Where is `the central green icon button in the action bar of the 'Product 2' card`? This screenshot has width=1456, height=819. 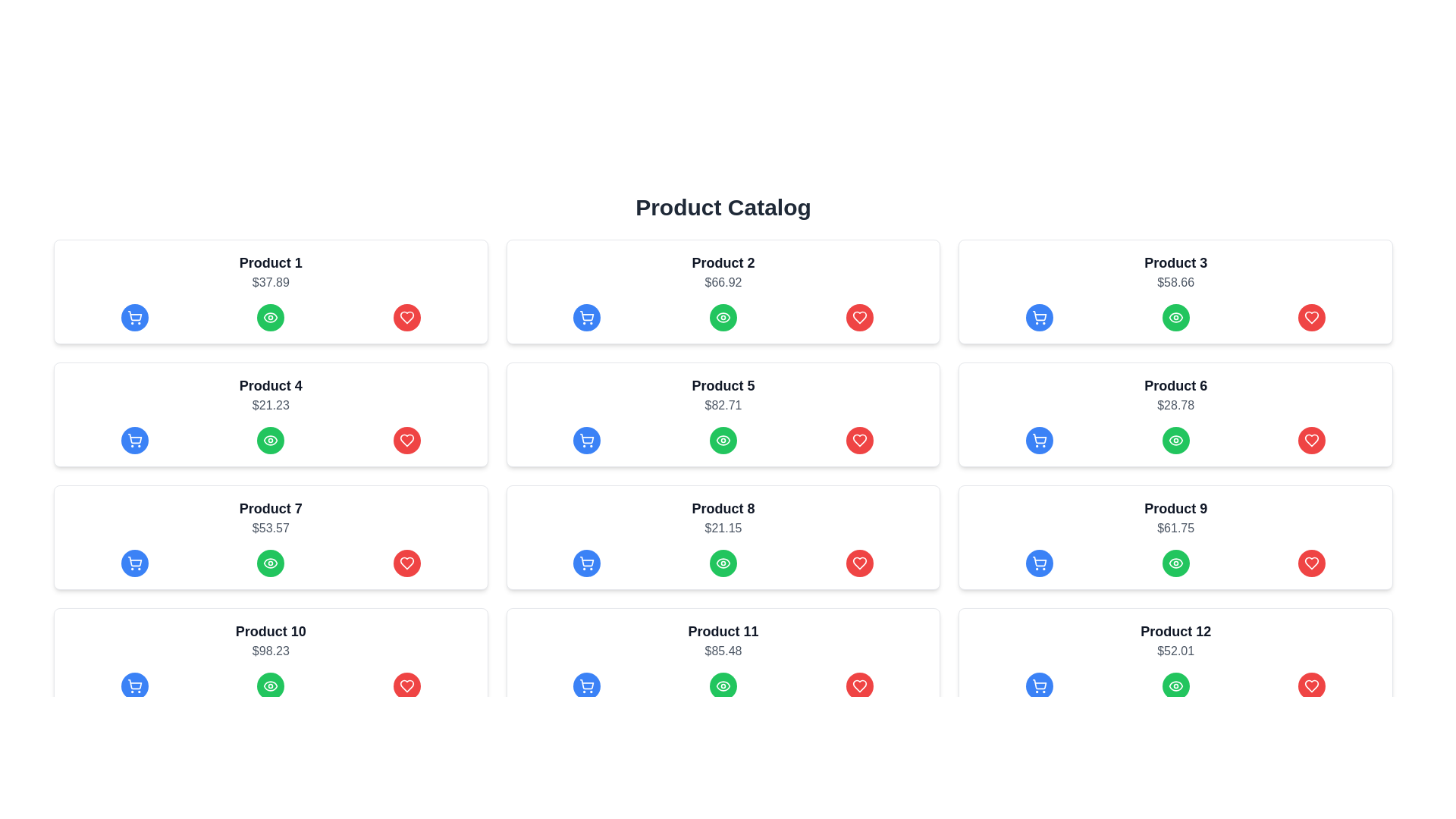
the central green icon button in the action bar of the 'Product 2' card is located at coordinates (723, 317).